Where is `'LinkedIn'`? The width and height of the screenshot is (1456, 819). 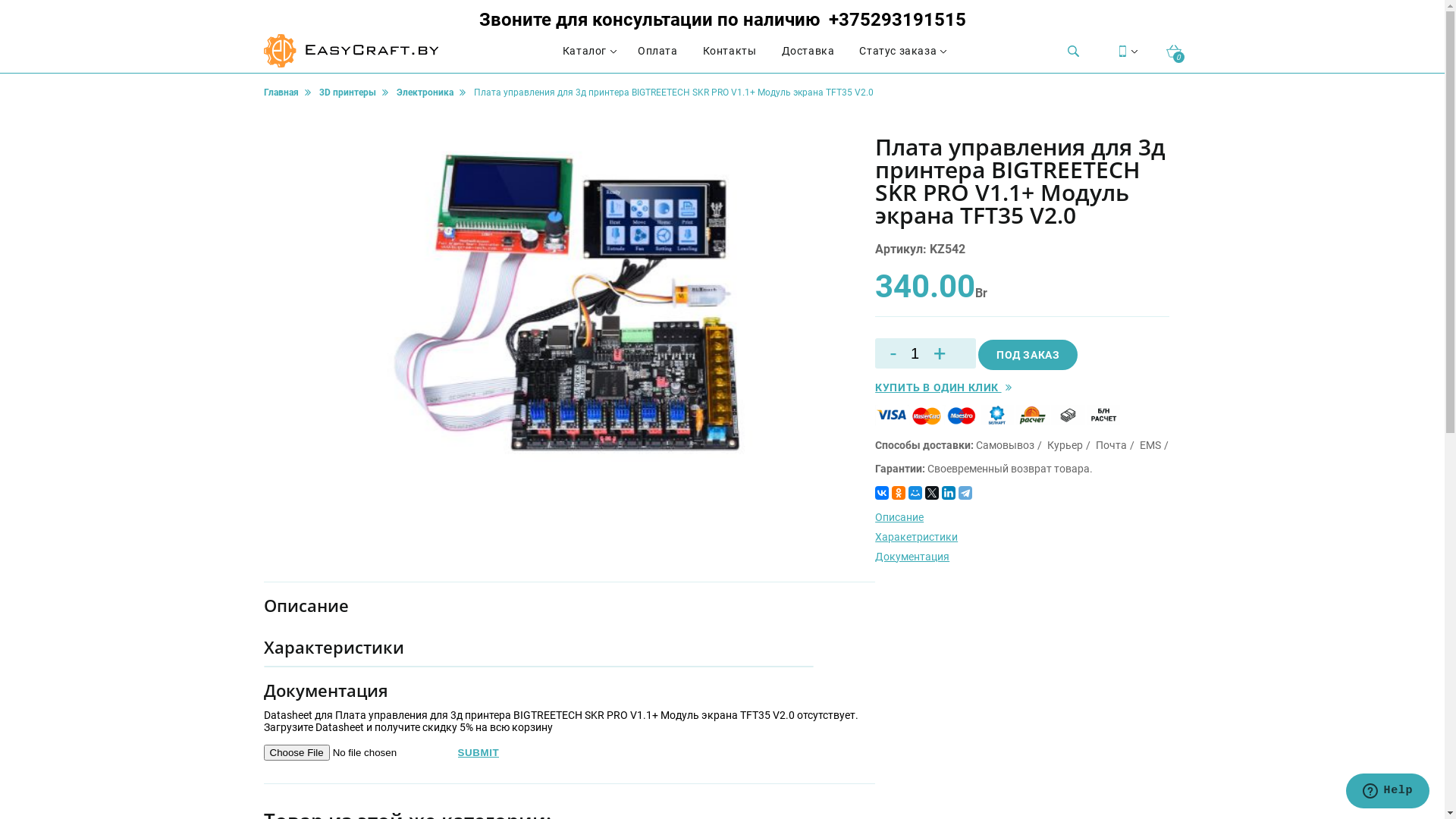
'LinkedIn' is located at coordinates (941, 493).